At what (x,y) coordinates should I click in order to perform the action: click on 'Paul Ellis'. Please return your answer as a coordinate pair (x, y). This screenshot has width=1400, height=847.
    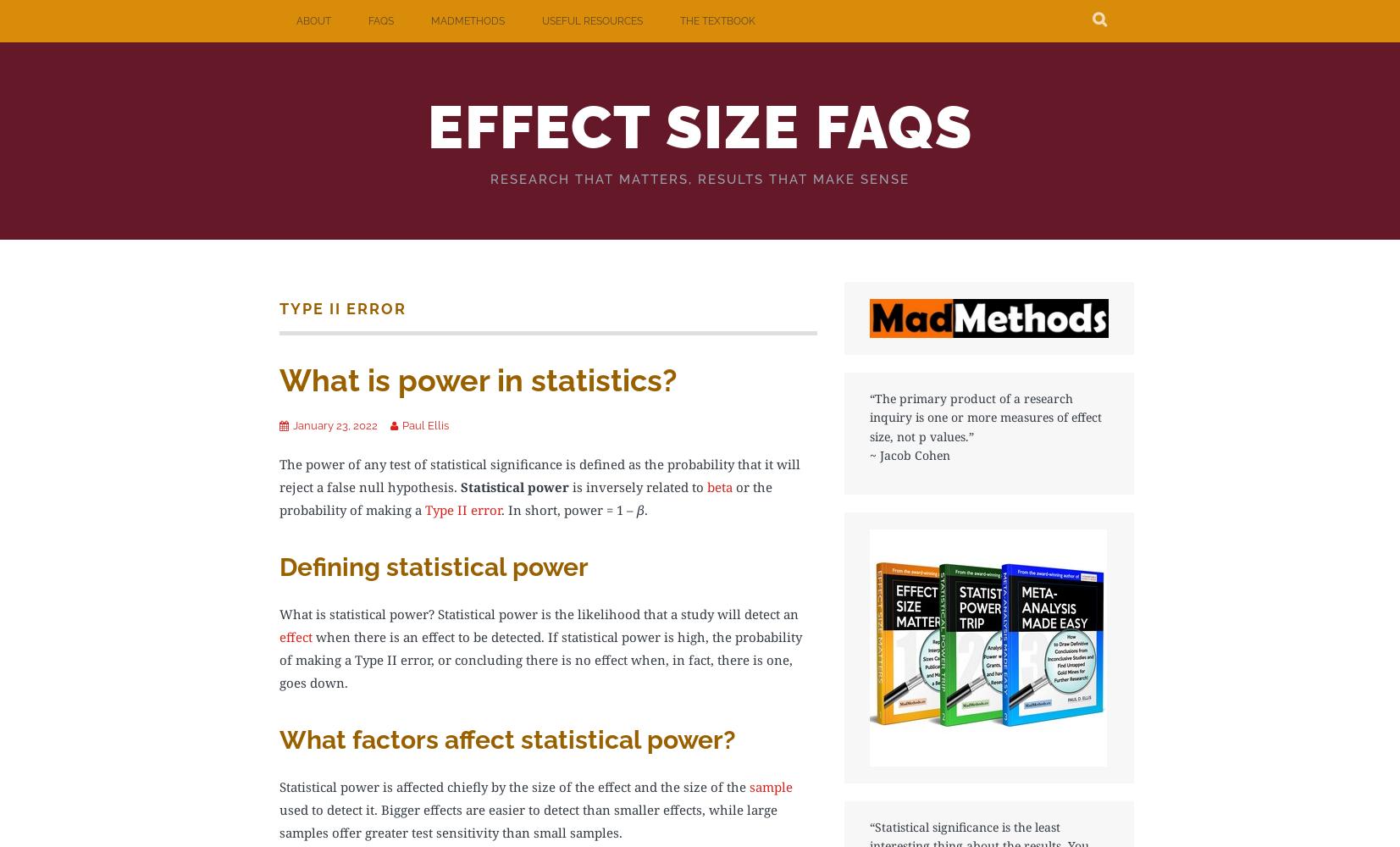
    Looking at the image, I should click on (423, 425).